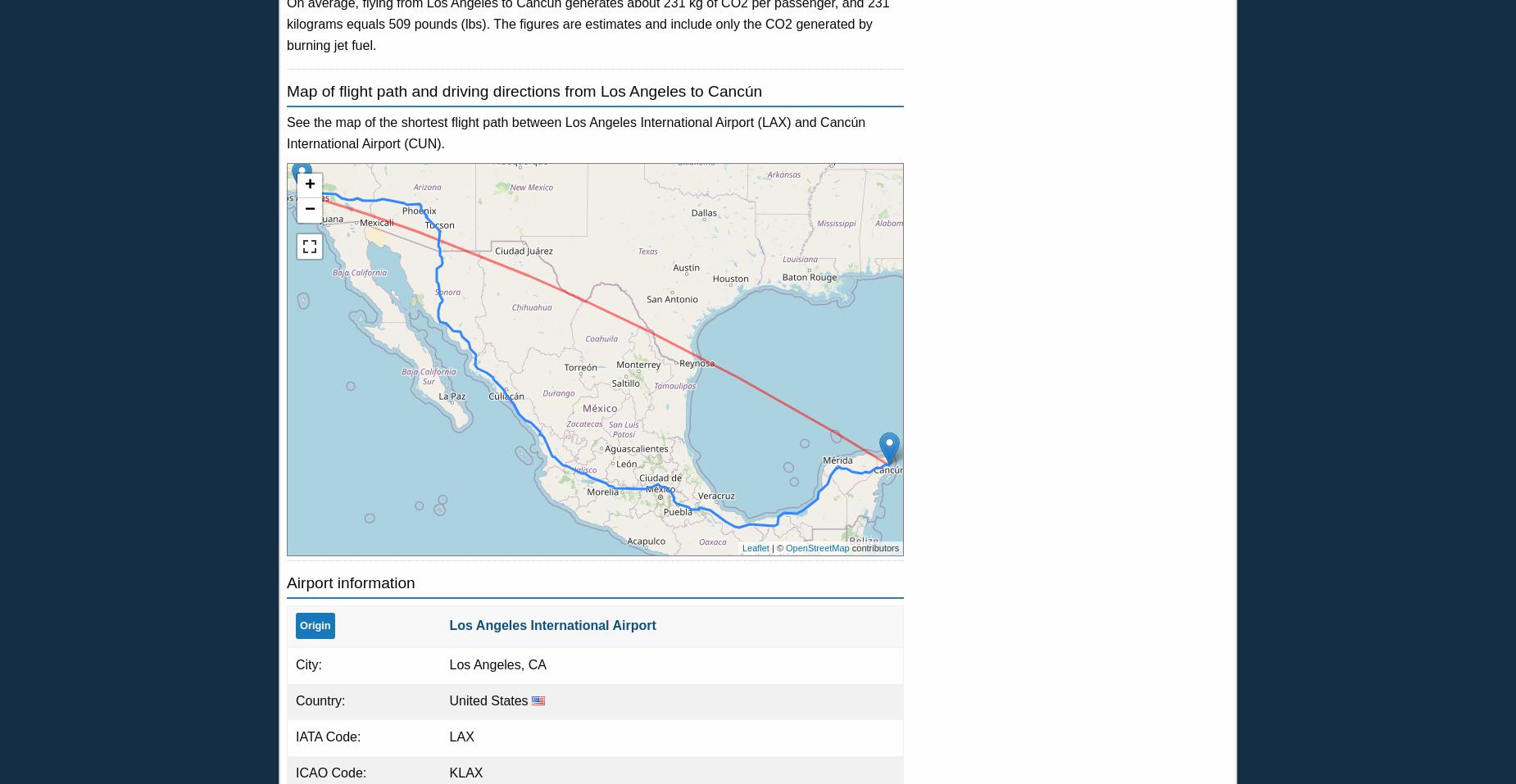  Describe the element at coordinates (524, 91) in the screenshot. I see `'Map of flight path and driving directions from Los Angeles to Cancún'` at that location.